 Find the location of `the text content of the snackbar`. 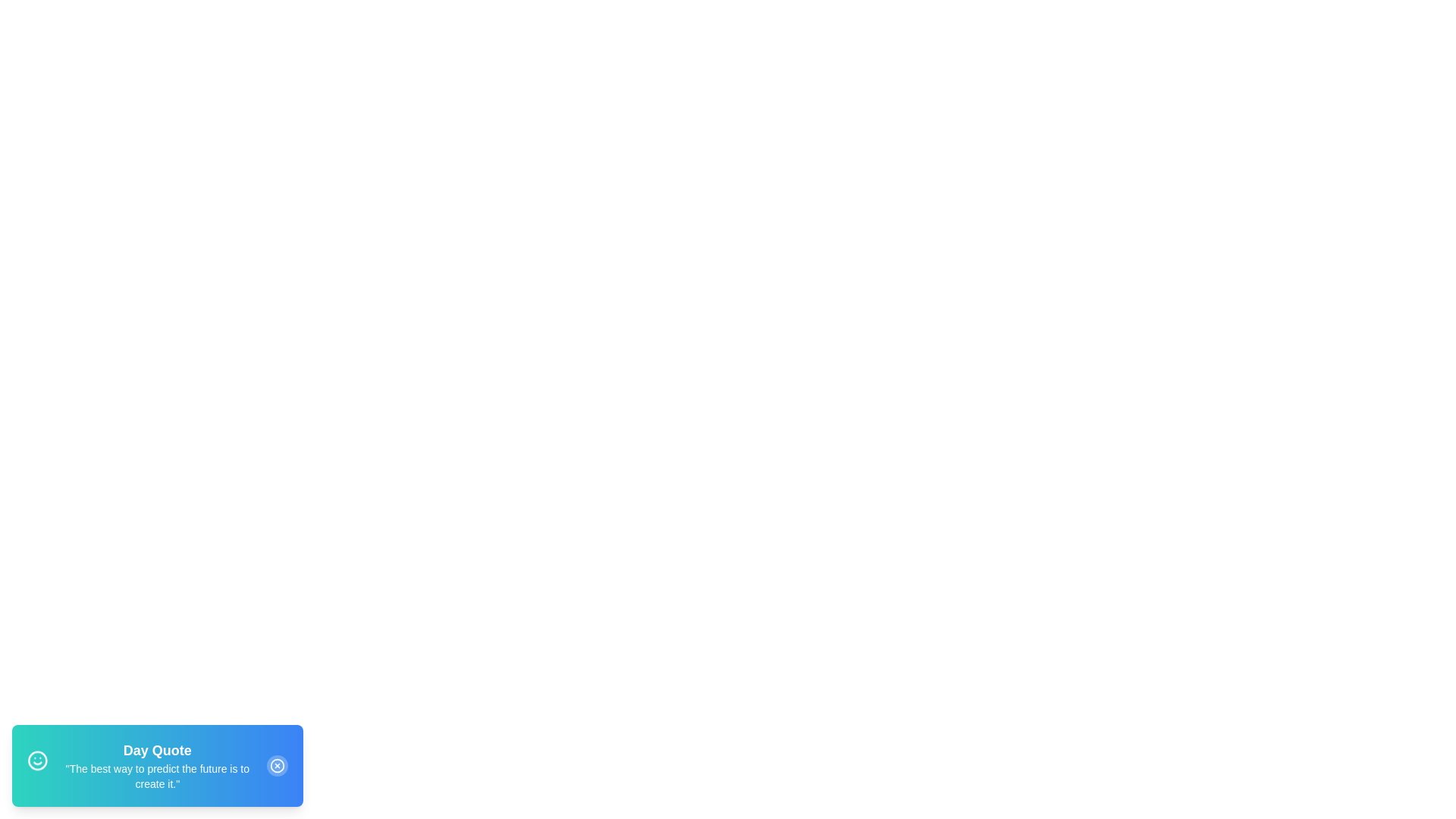

the text content of the snackbar is located at coordinates (57, 761).